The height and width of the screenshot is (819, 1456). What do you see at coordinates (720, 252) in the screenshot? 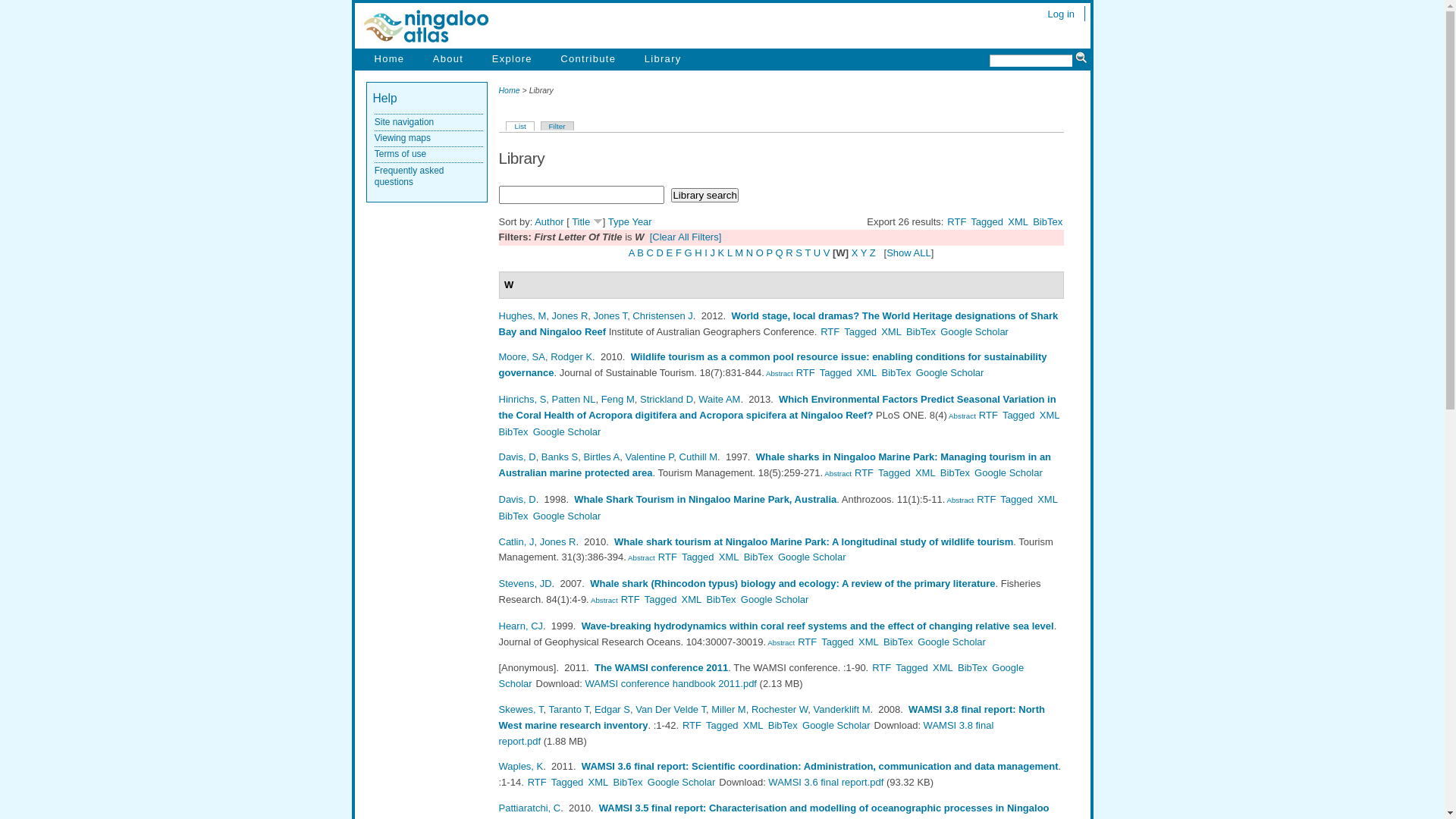
I see `'K'` at bounding box center [720, 252].